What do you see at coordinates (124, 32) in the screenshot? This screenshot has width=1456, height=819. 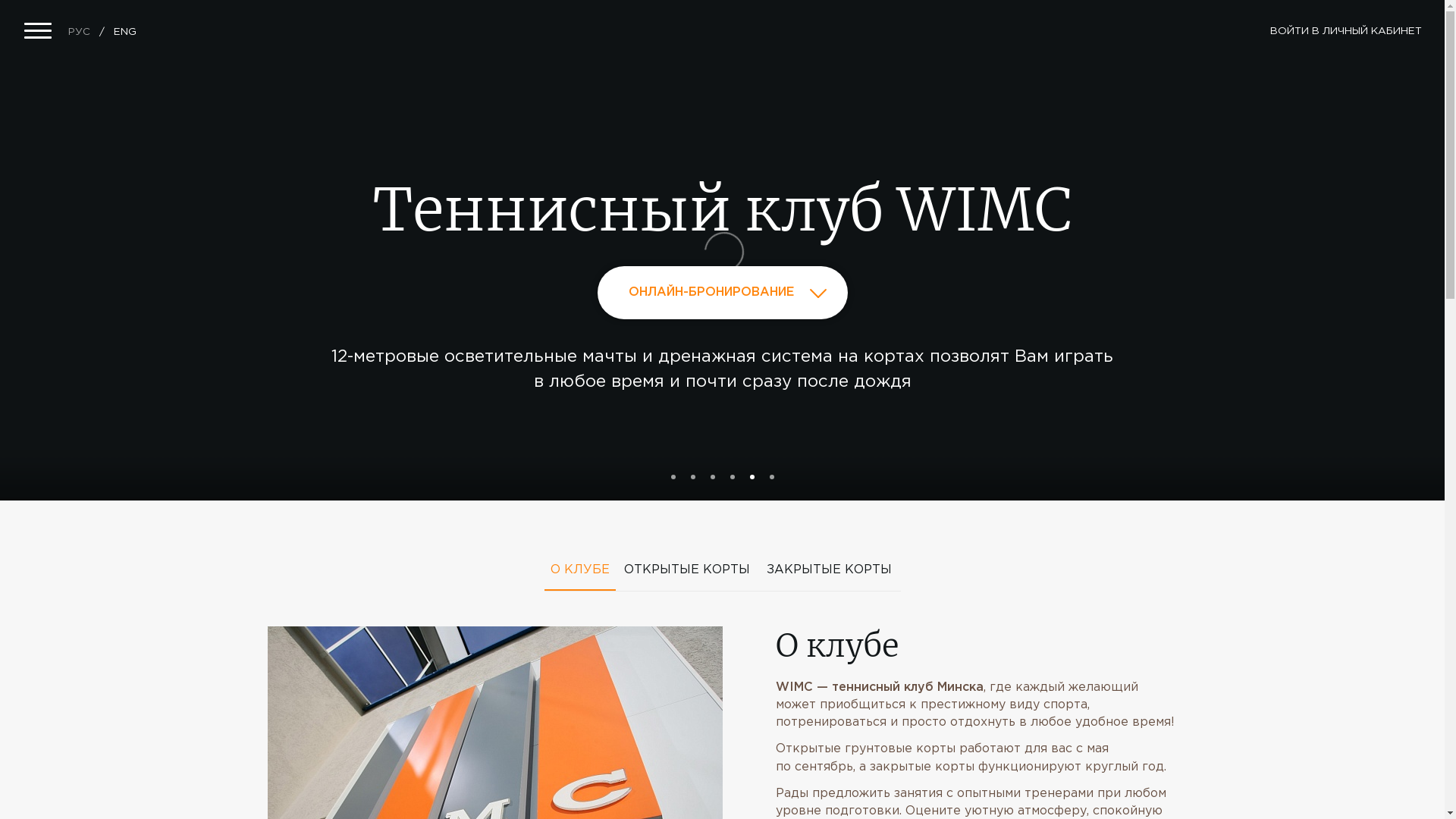 I see `'ENG'` at bounding box center [124, 32].